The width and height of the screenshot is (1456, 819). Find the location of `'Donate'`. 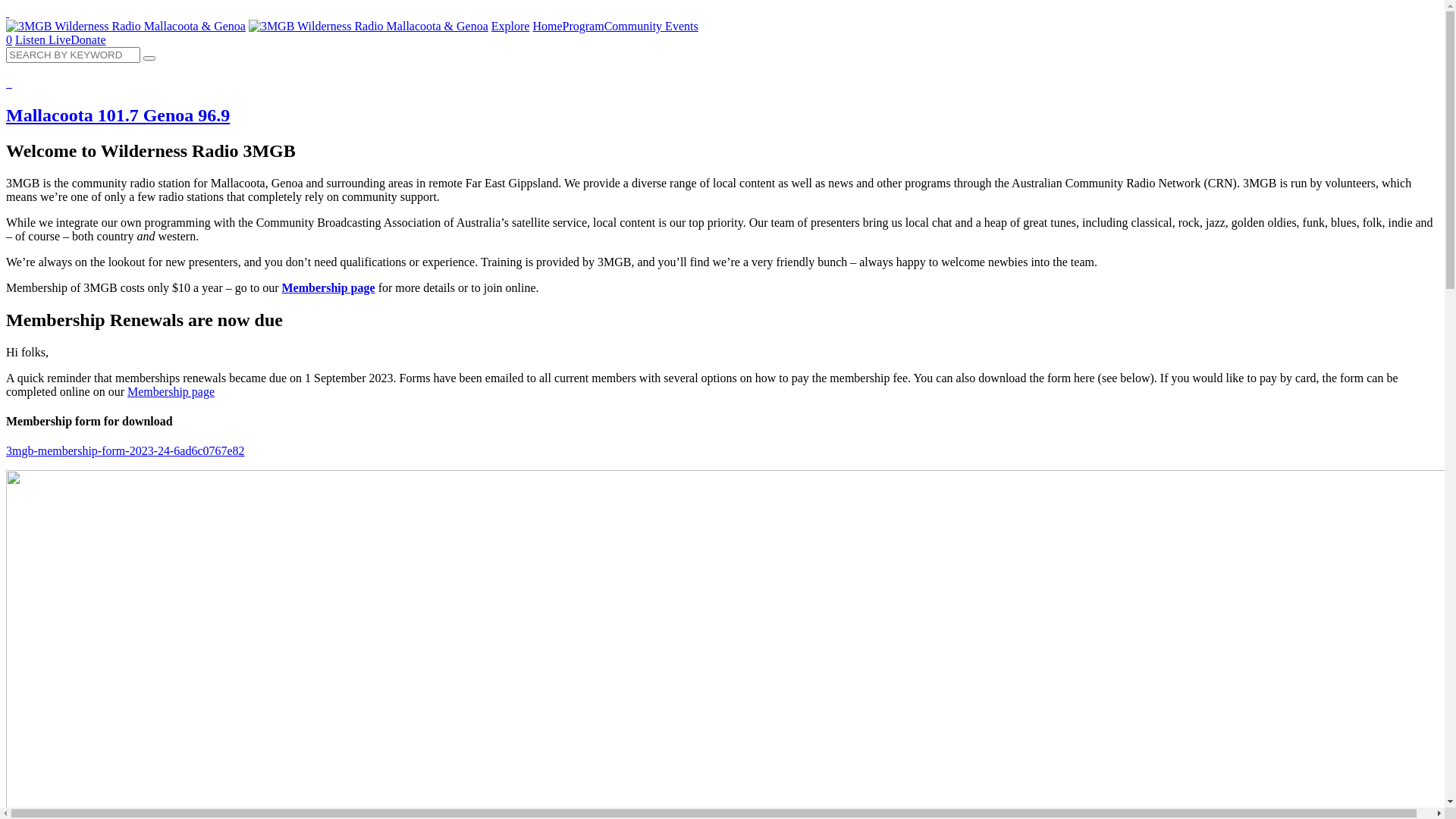

'Donate' is located at coordinates (86, 39).